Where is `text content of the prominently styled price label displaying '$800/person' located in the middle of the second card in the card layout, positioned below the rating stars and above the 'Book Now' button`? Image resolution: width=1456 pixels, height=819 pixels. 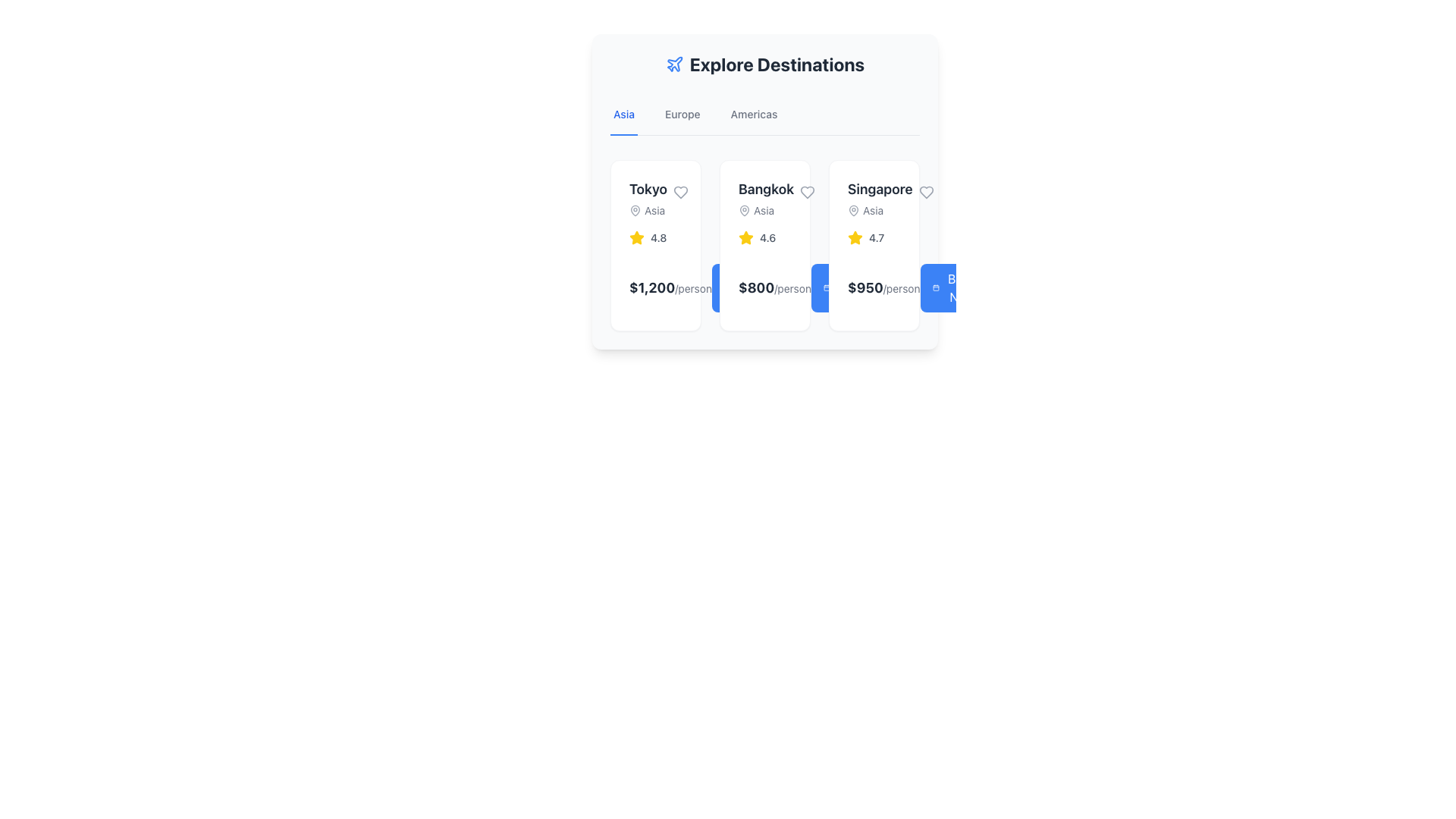
text content of the prominently styled price label displaying '$800/person' located in the middle of the second card in the card layout, positioned below the rating stars and above the 'Book Now' button is located at coordinates (764, 288).